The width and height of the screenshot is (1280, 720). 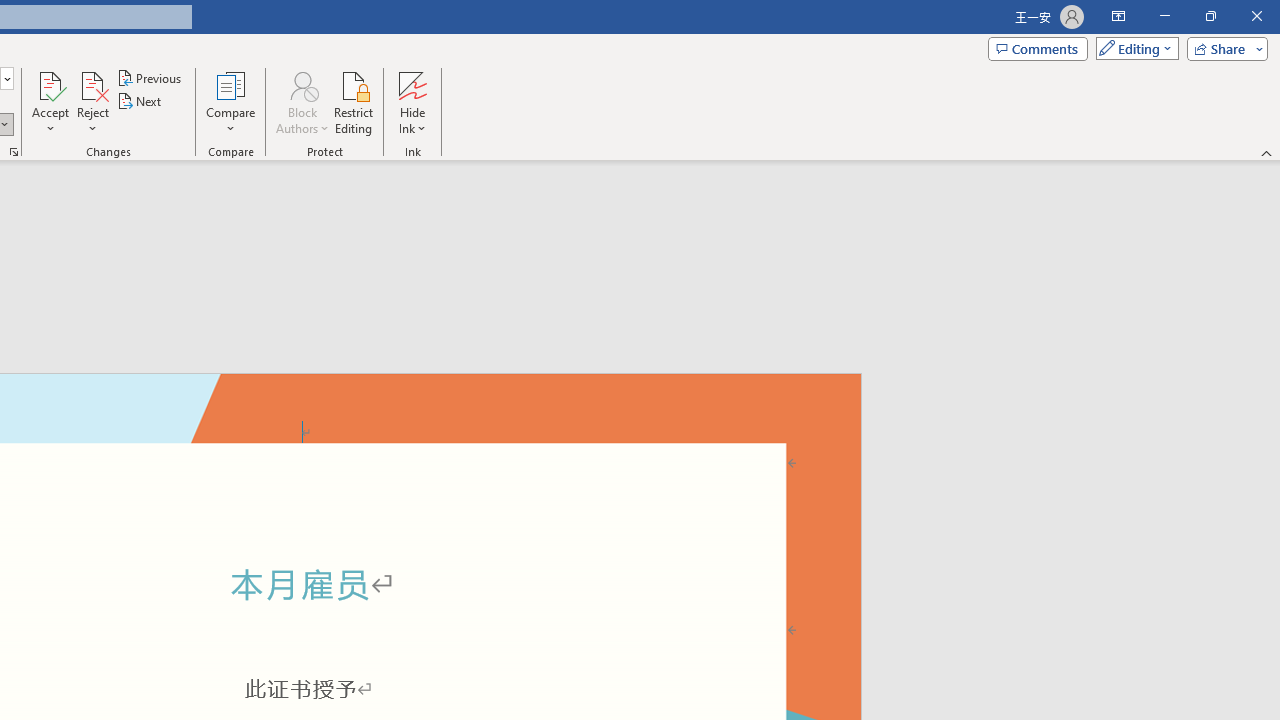 What do you see at coordinates (301, 103) in the screenshot?
I see `'Block Authors'` at bounding box center [301, 103].